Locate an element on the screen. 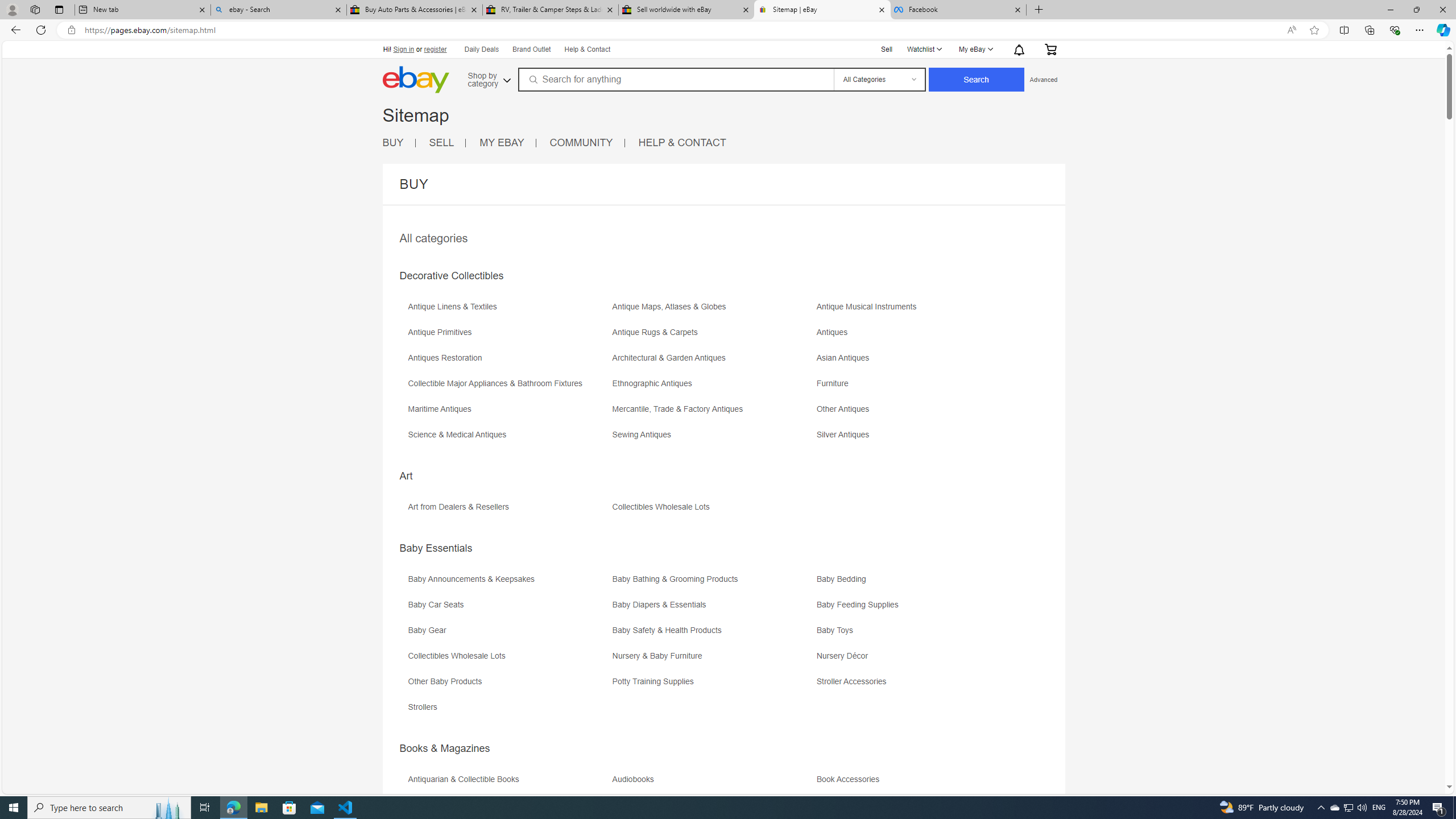 Image resolution: width=1456 pixels, height=819 pixels. 'Collectibles Wholesale Lots' is located at coordinates (459, 655).